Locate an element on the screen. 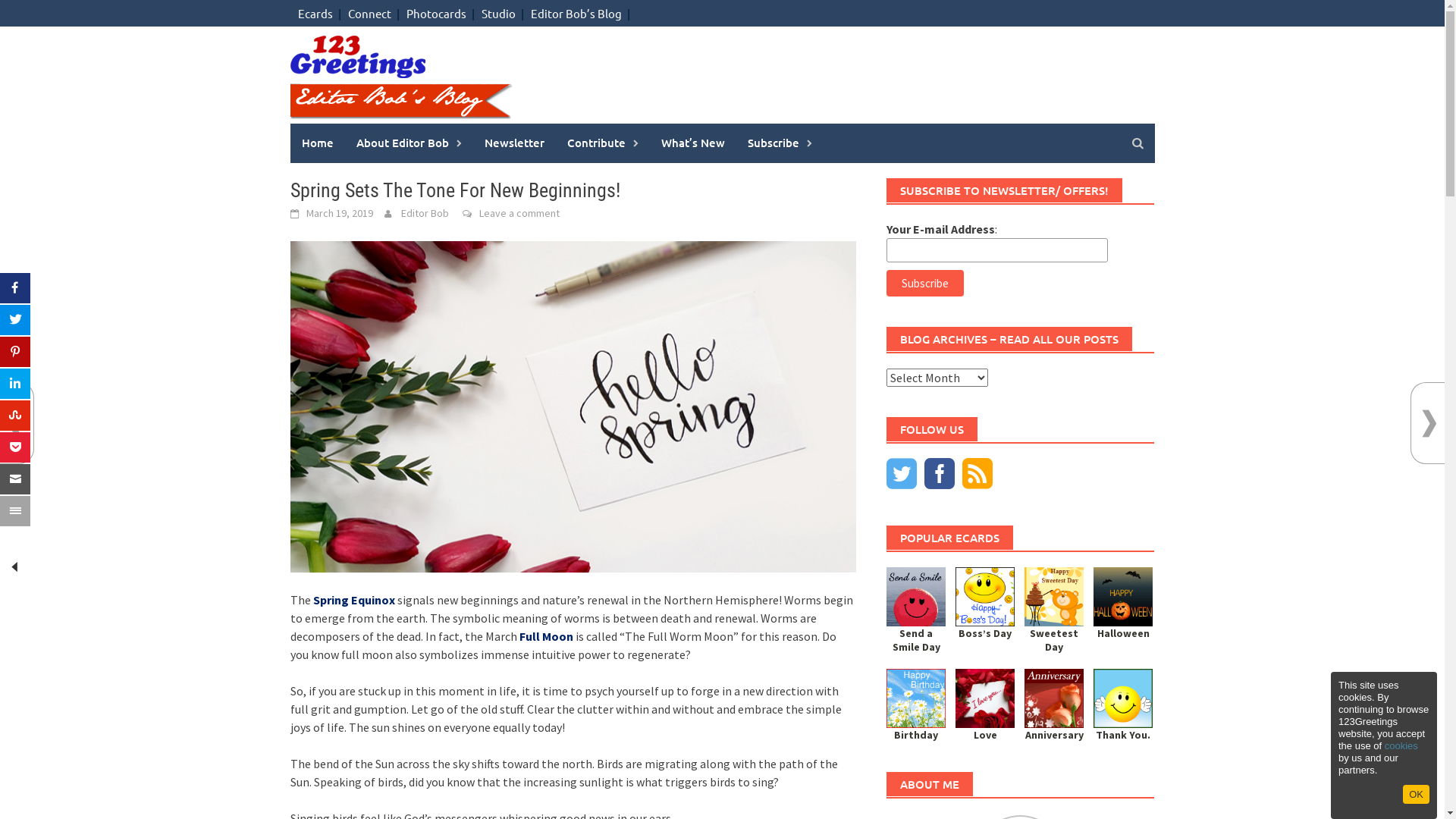  'Contribute' is located at coordinates (601, 143).